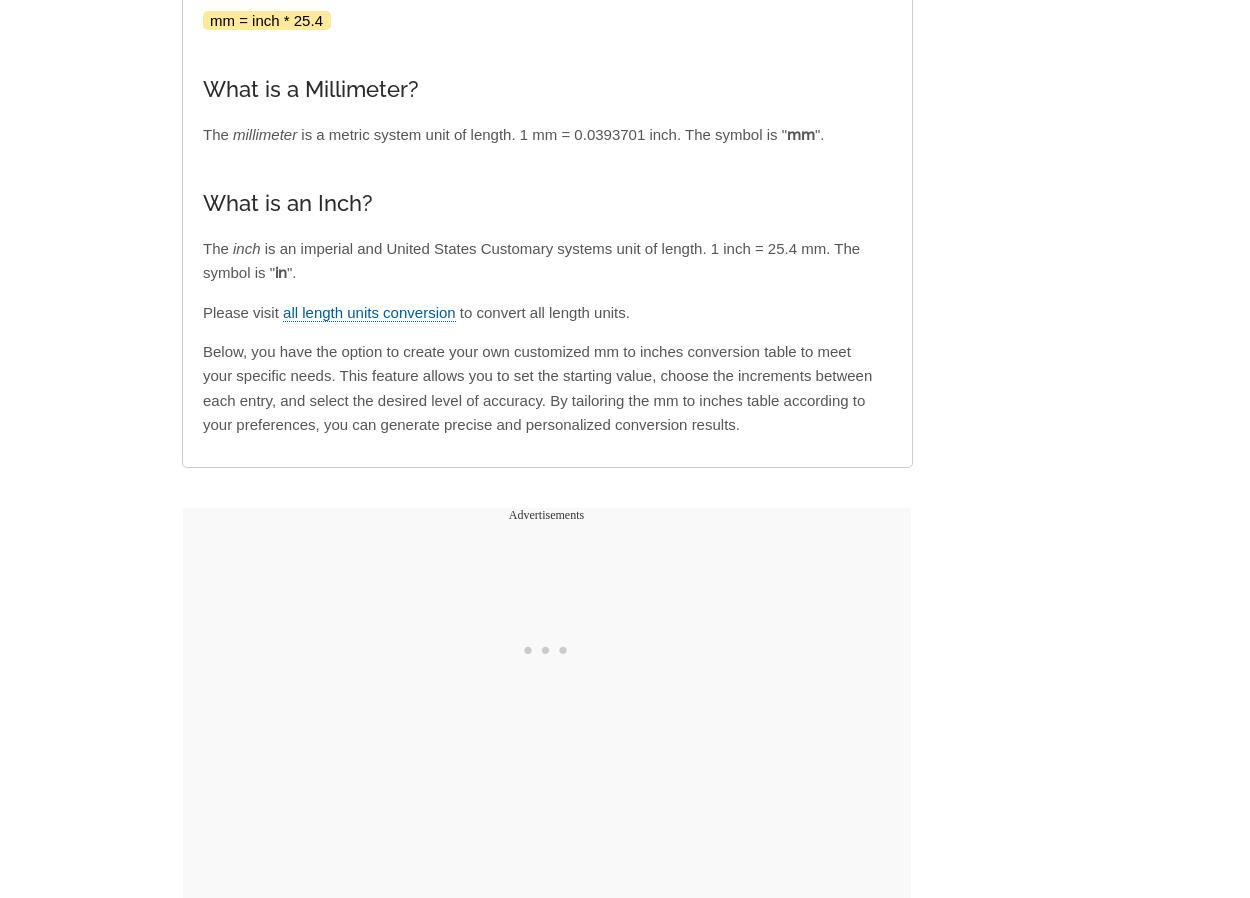 Image resolution: width=1250 pixels, height=898 pixels. Describe the element at coordinates (202, 88) in the screenshot. I see `'What is a Millimeter?'` at that location.